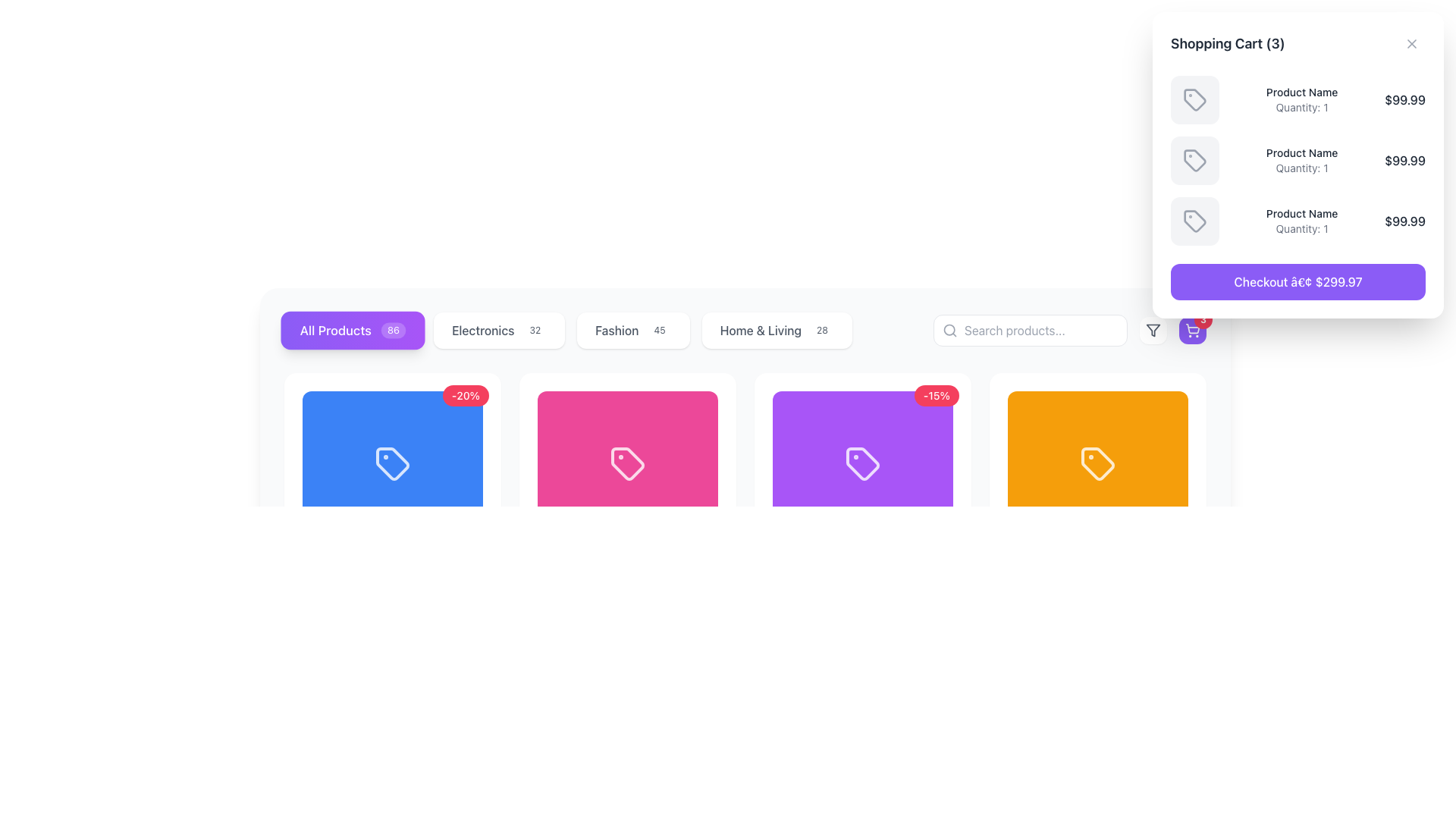 This screenshot has height=819, width=1456. I want to click on the close button icon located at the top-right corner of the shopping cart modal, so click(1411, 42).